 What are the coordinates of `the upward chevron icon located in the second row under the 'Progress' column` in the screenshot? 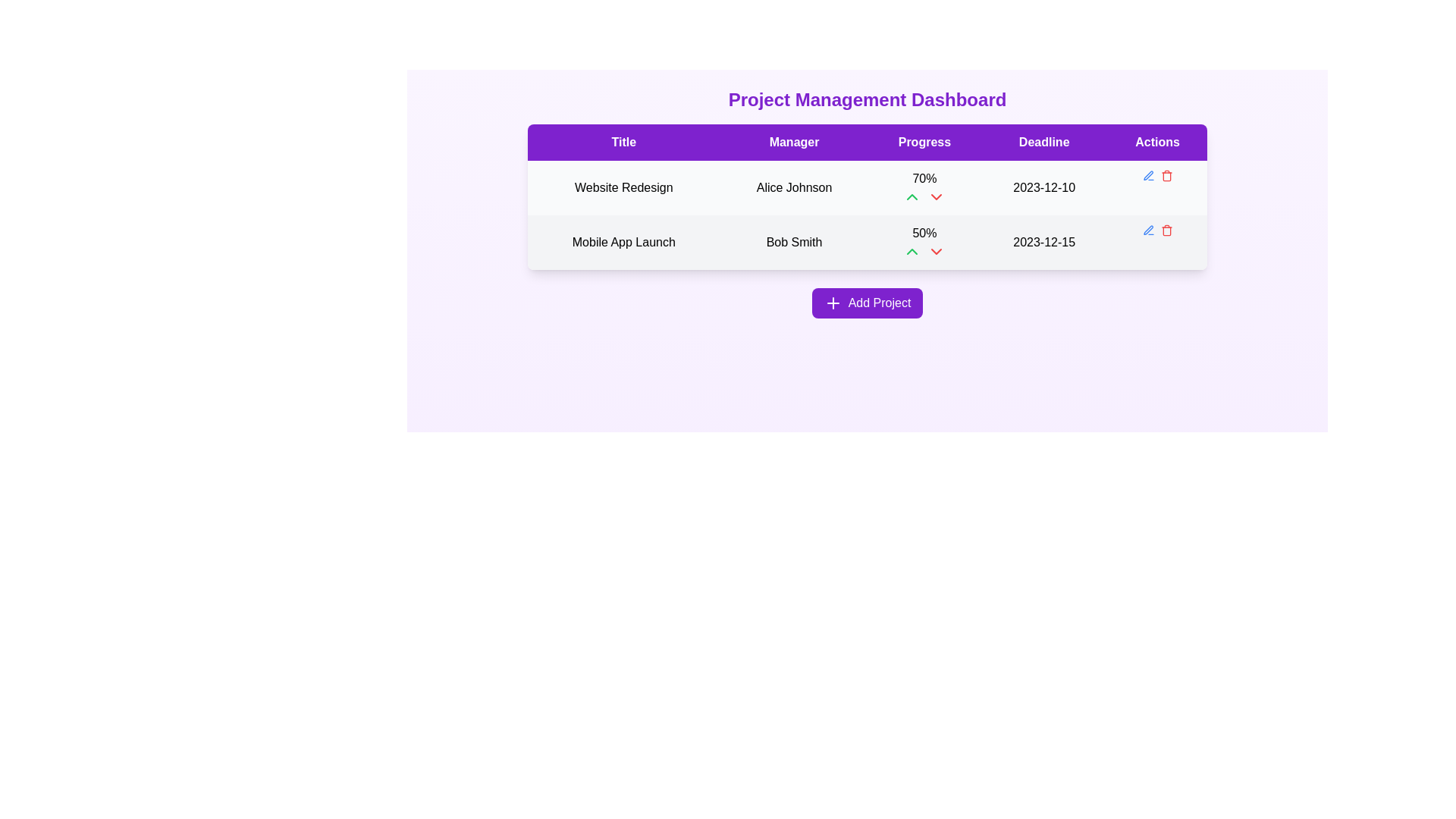 It's located at (912, 196).